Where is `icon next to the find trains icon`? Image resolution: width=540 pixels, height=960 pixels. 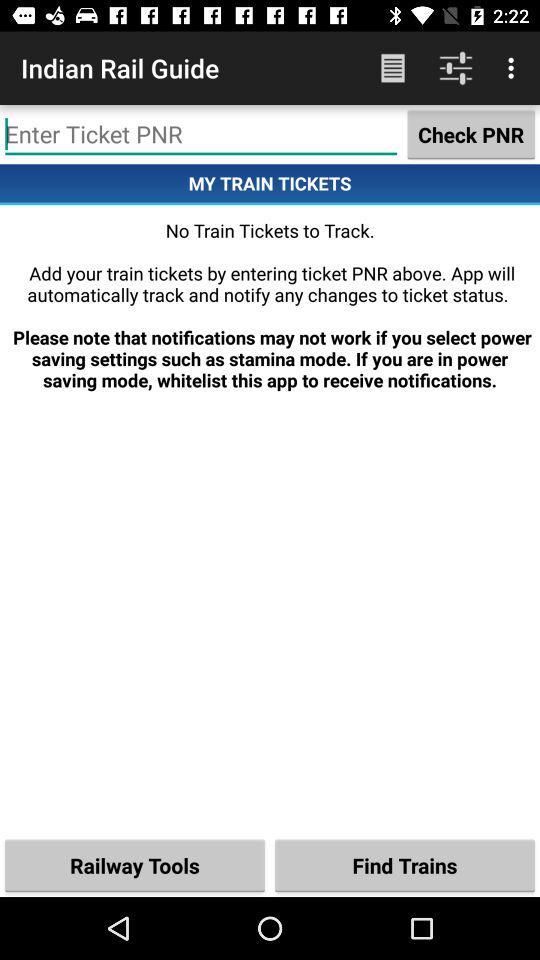
icon next to the find trains icon is located at coordinates (135, 864).